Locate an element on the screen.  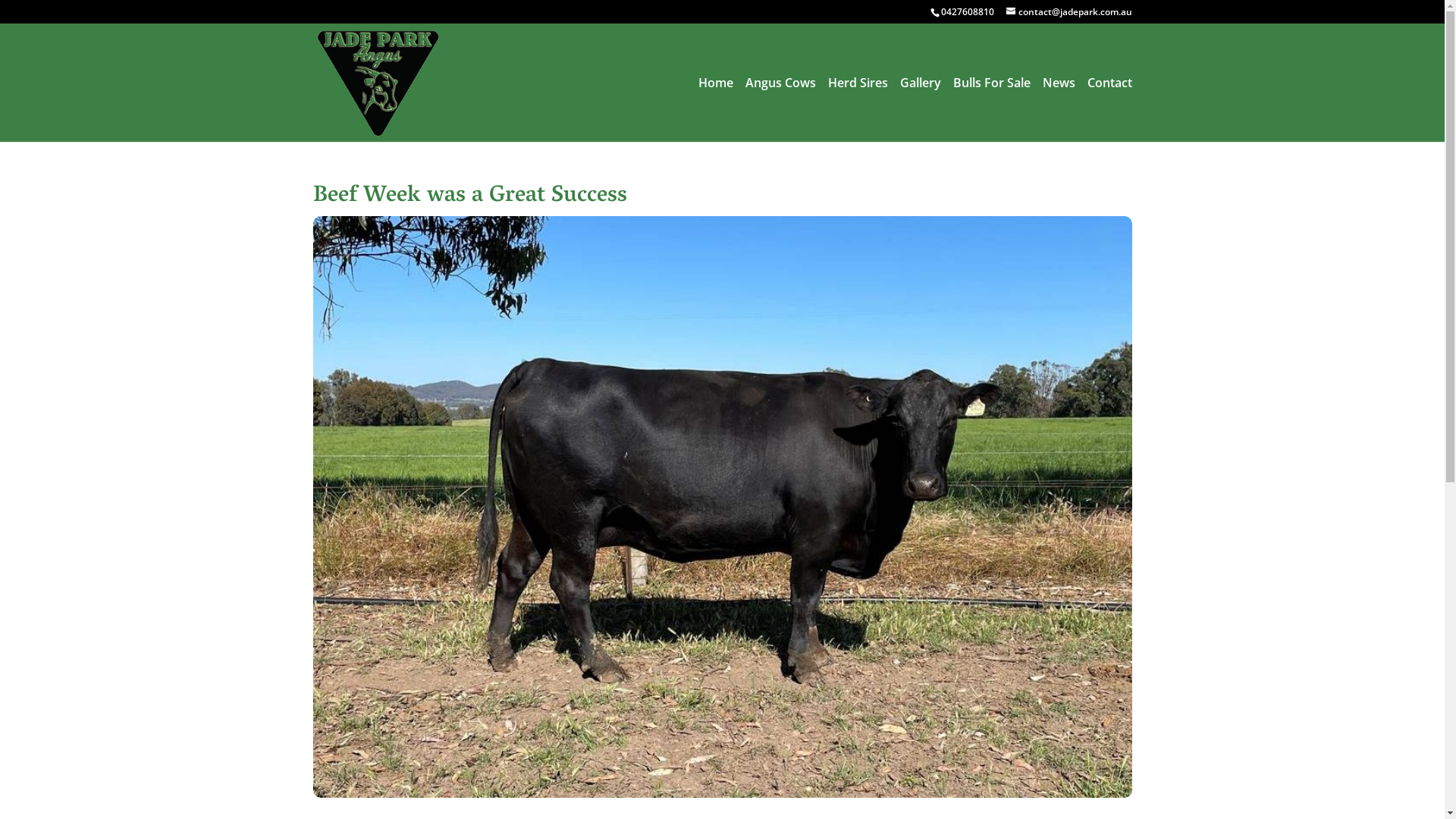
'contact@jadepark.com.au' is located at coordinates (1068, 11).